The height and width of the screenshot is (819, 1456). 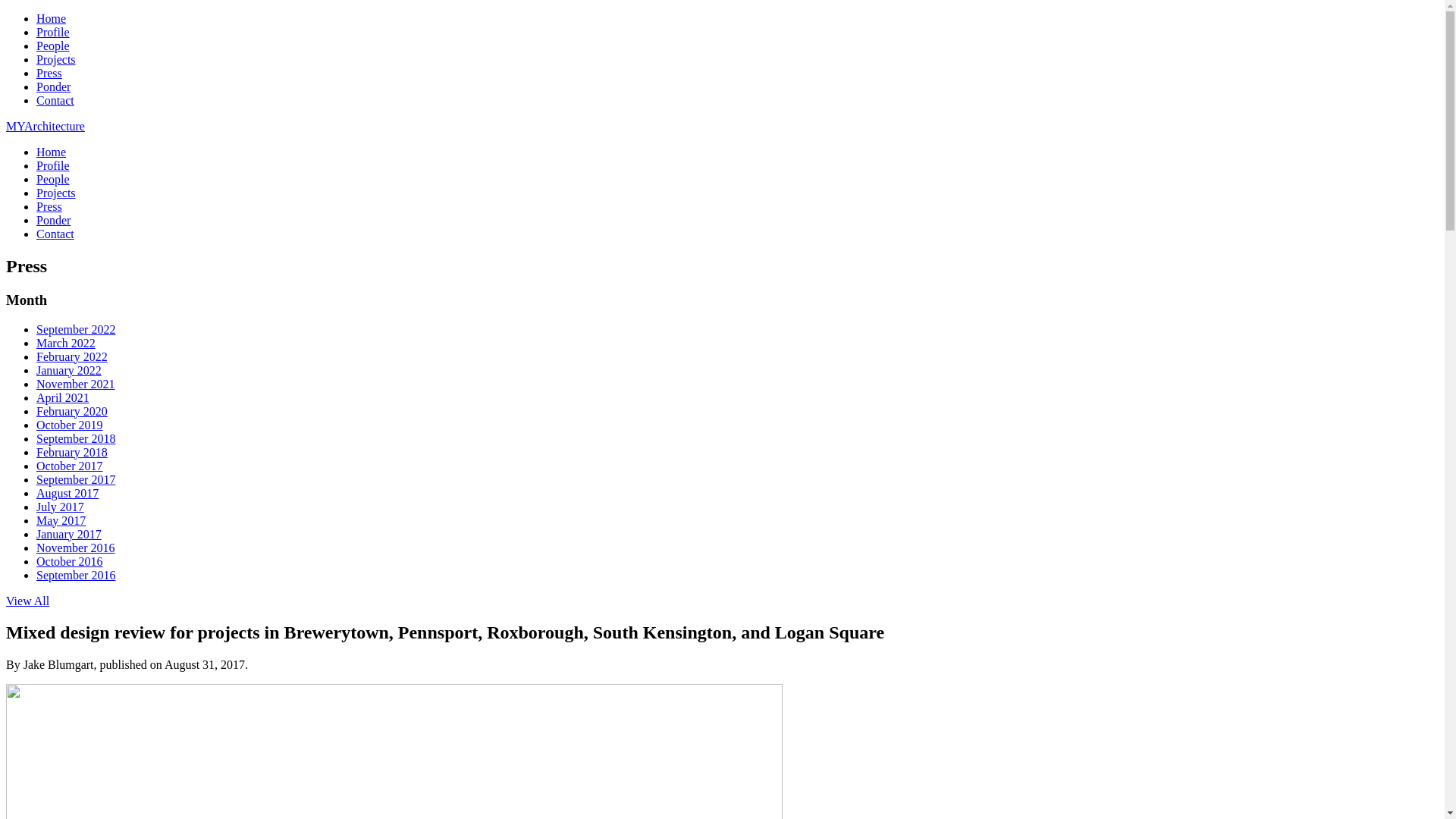 I want to click on 'Ponder', so click(x=53, y=86).